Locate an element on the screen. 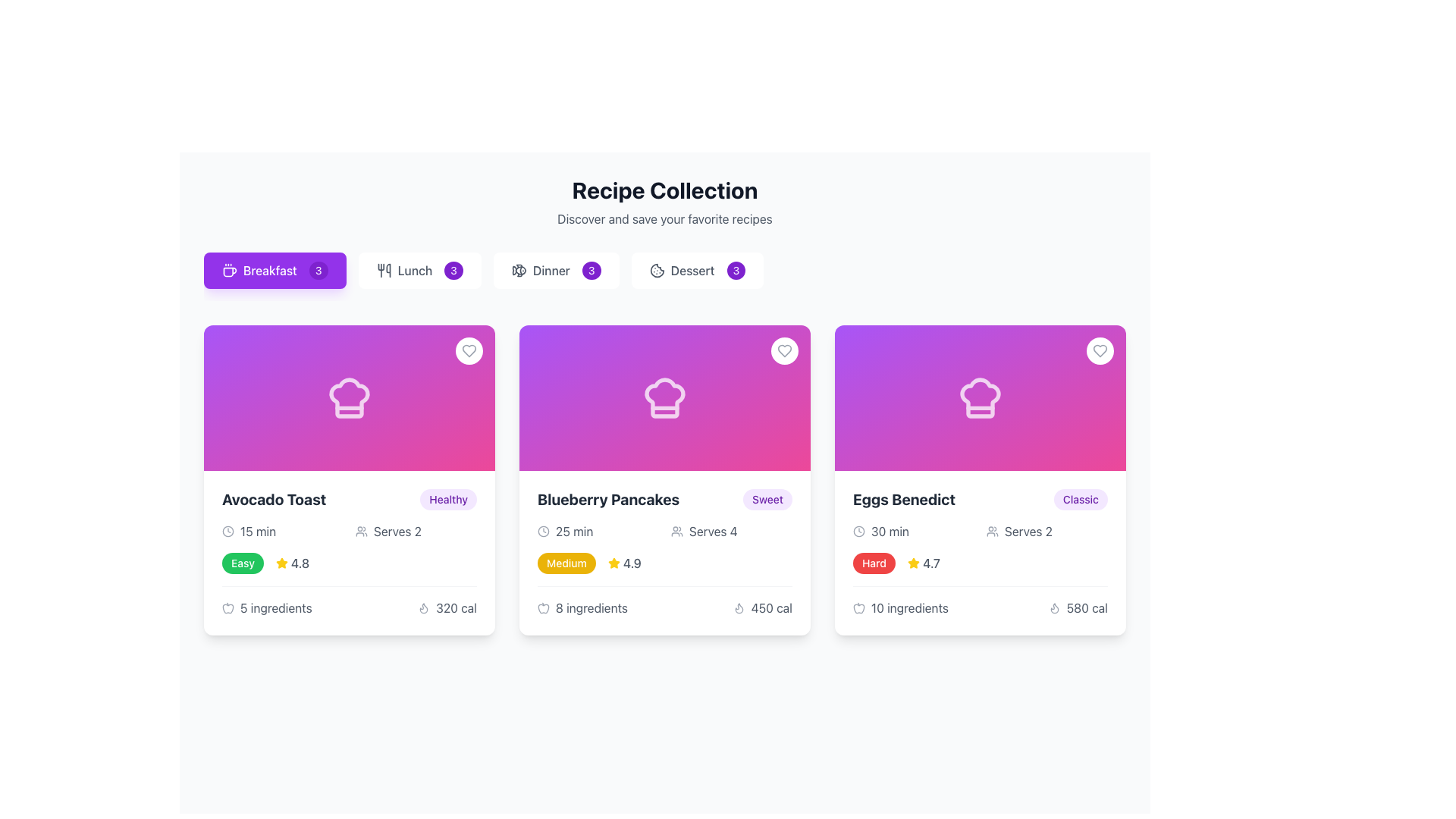 This screenshot has width=1456, height=819. the text label 'Breakfast' which is styled with a white font on a purple background, located within the first button of a horizontal group of meal category buttons is located at coordinates (270, 270).